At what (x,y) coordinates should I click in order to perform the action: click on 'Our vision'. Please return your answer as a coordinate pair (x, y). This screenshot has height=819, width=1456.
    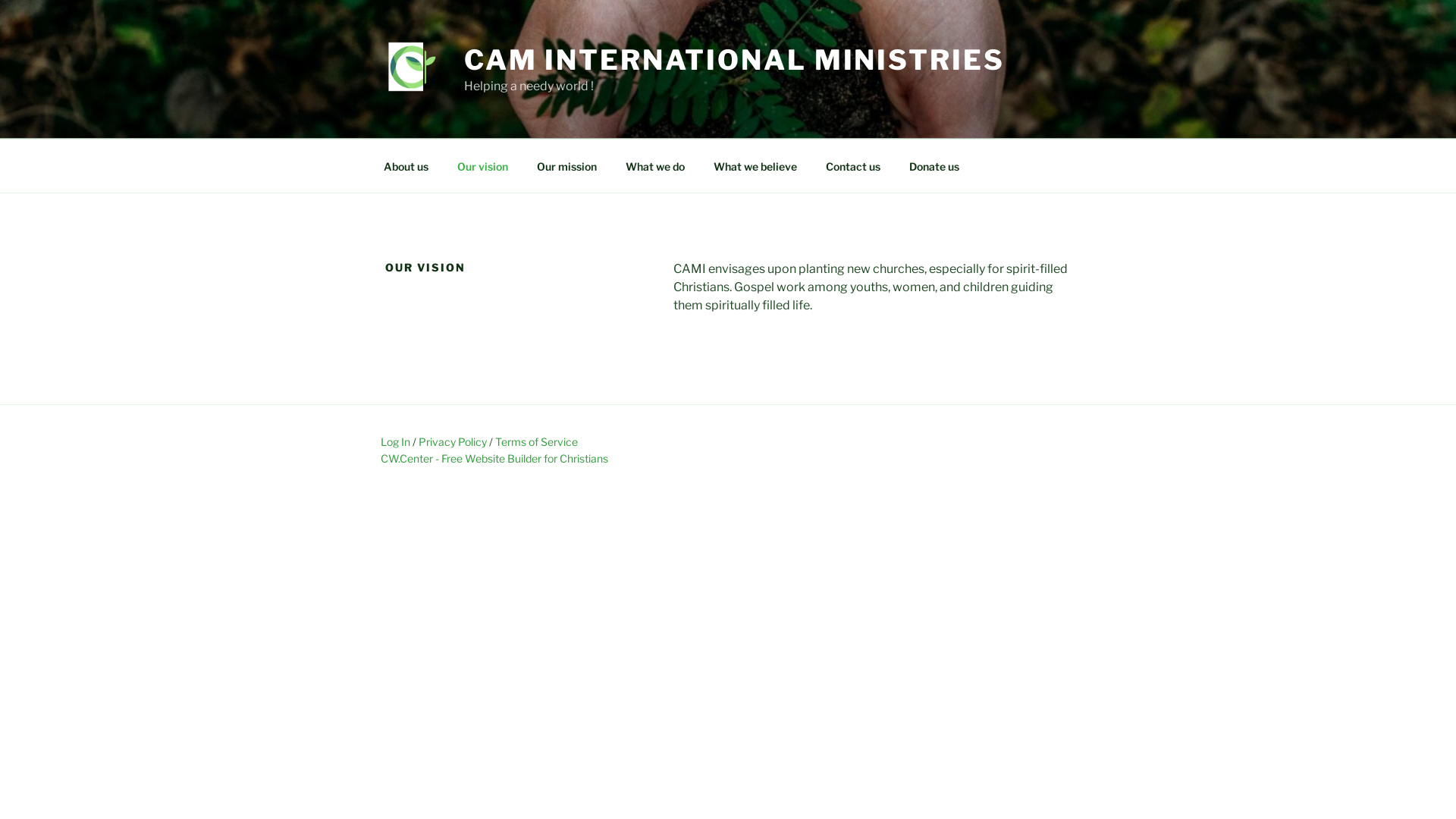
    Looking at the image, I should click on (481, 165).